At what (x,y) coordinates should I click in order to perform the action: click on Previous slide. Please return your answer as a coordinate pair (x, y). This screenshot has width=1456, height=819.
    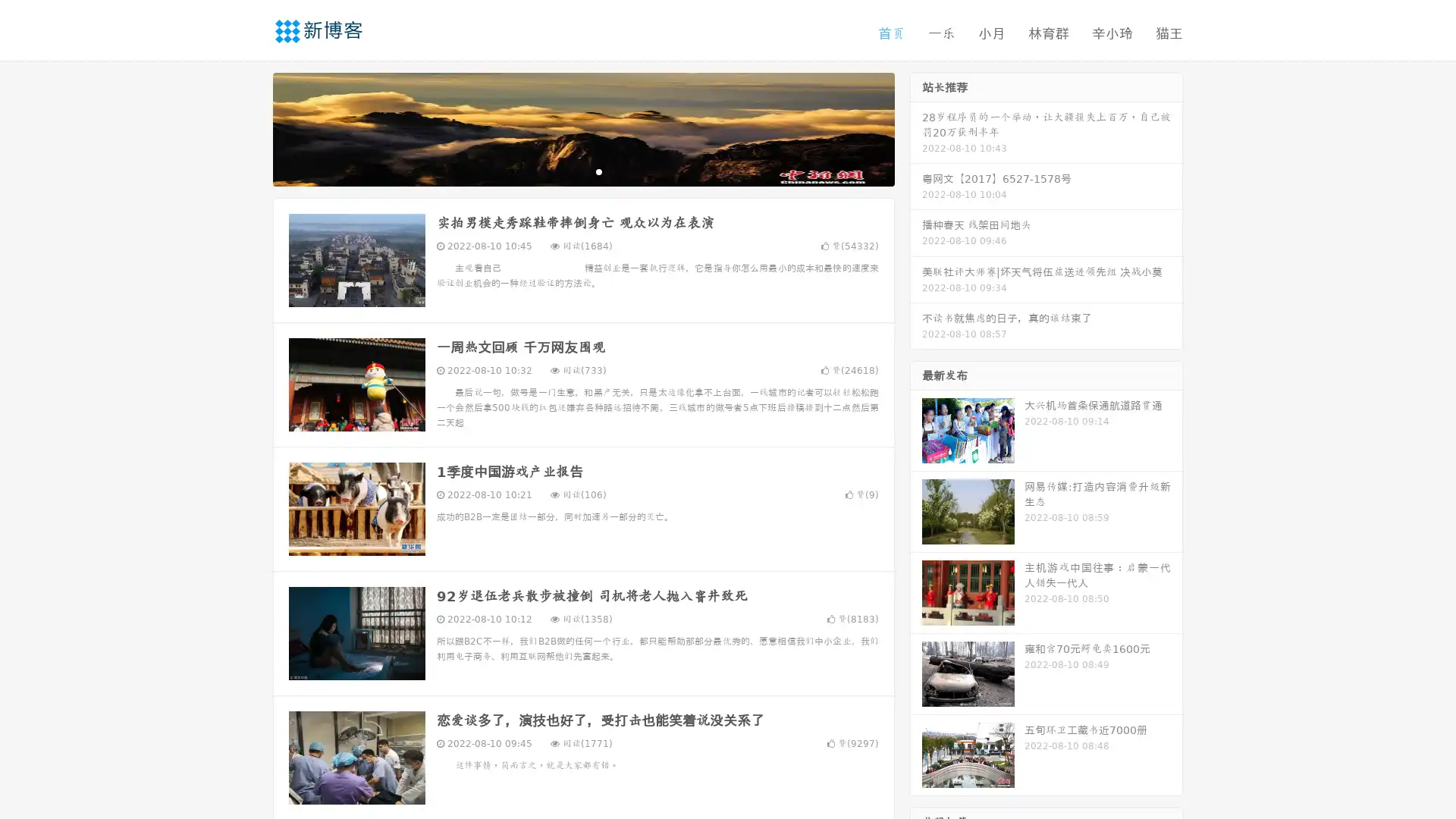
    Looking at the image, I should click on (250, 127).